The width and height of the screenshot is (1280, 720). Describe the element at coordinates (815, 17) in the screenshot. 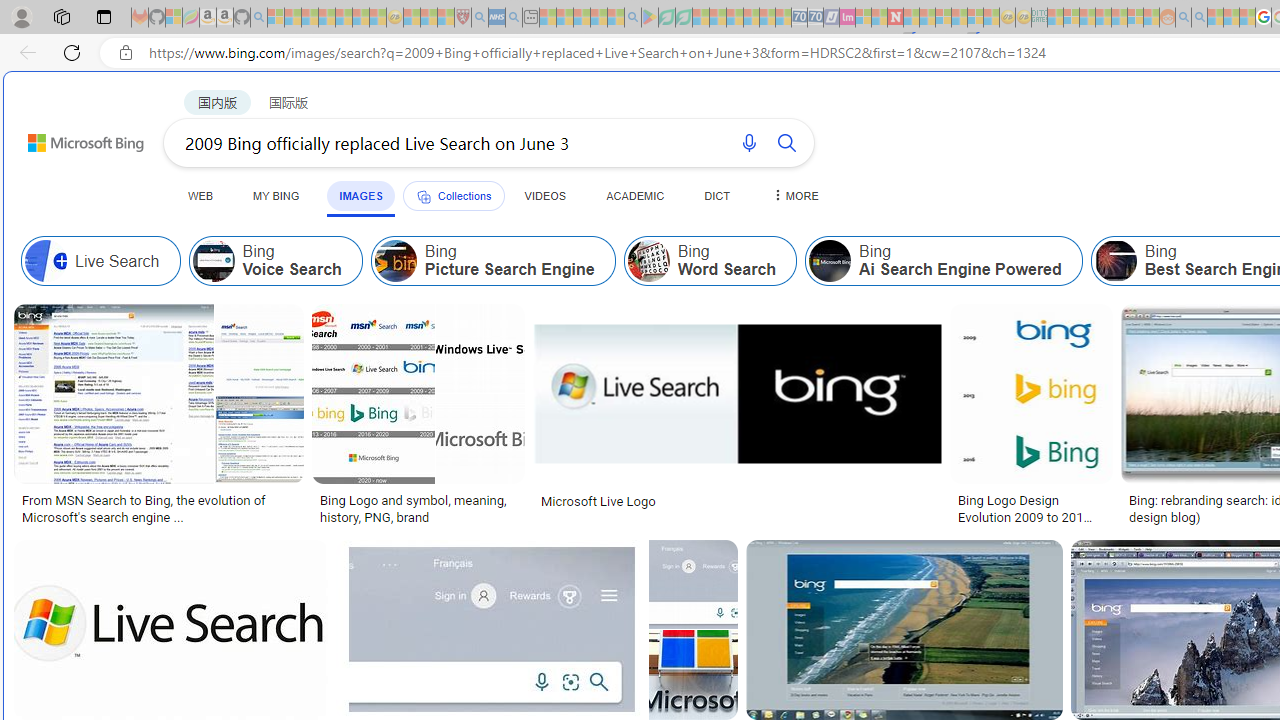

I see `'Cheap Hotels - Save70.com - Sleeping'` at that location.